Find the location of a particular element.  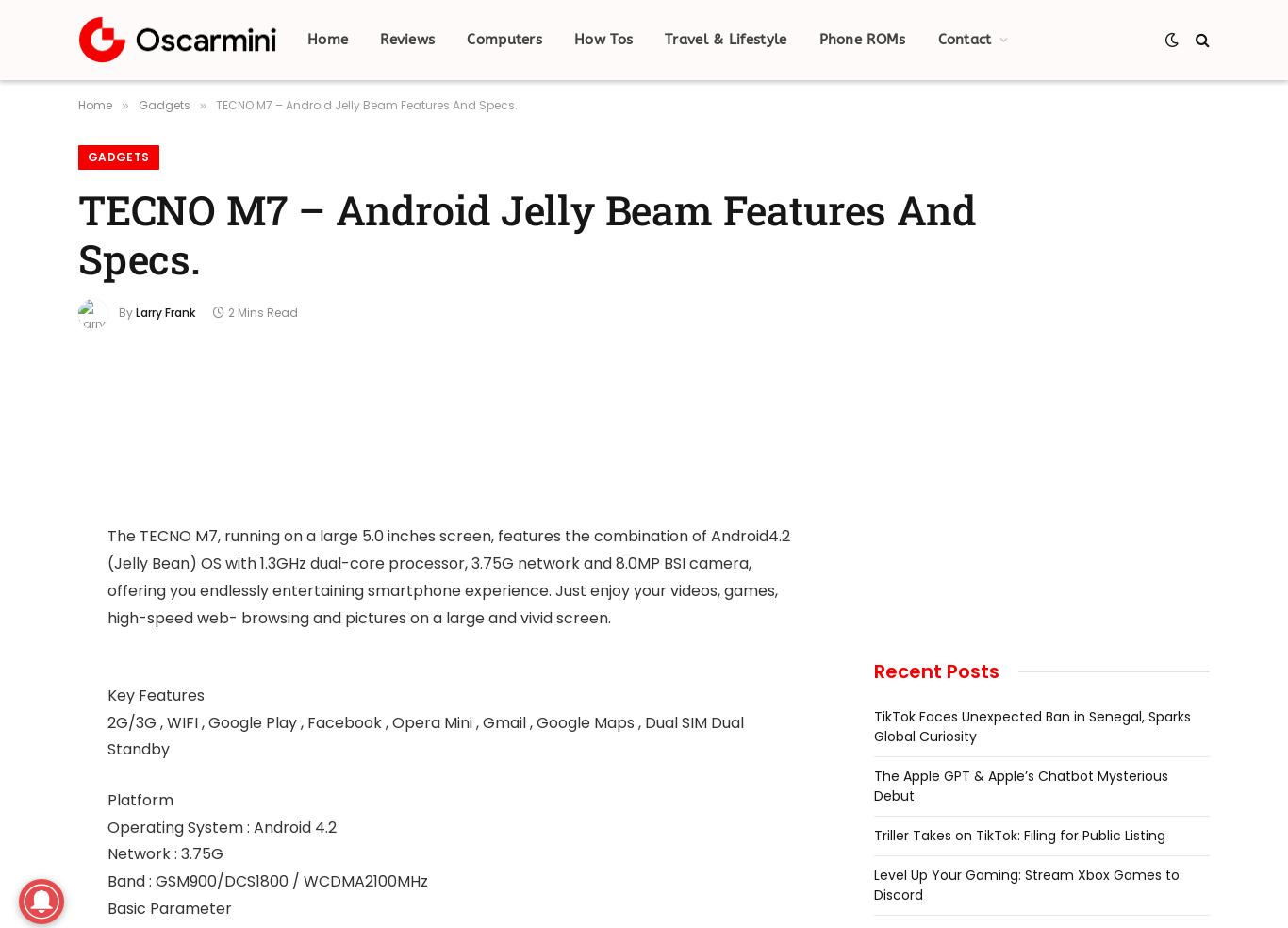

'How Tos' is located at coordinates (602, 39).